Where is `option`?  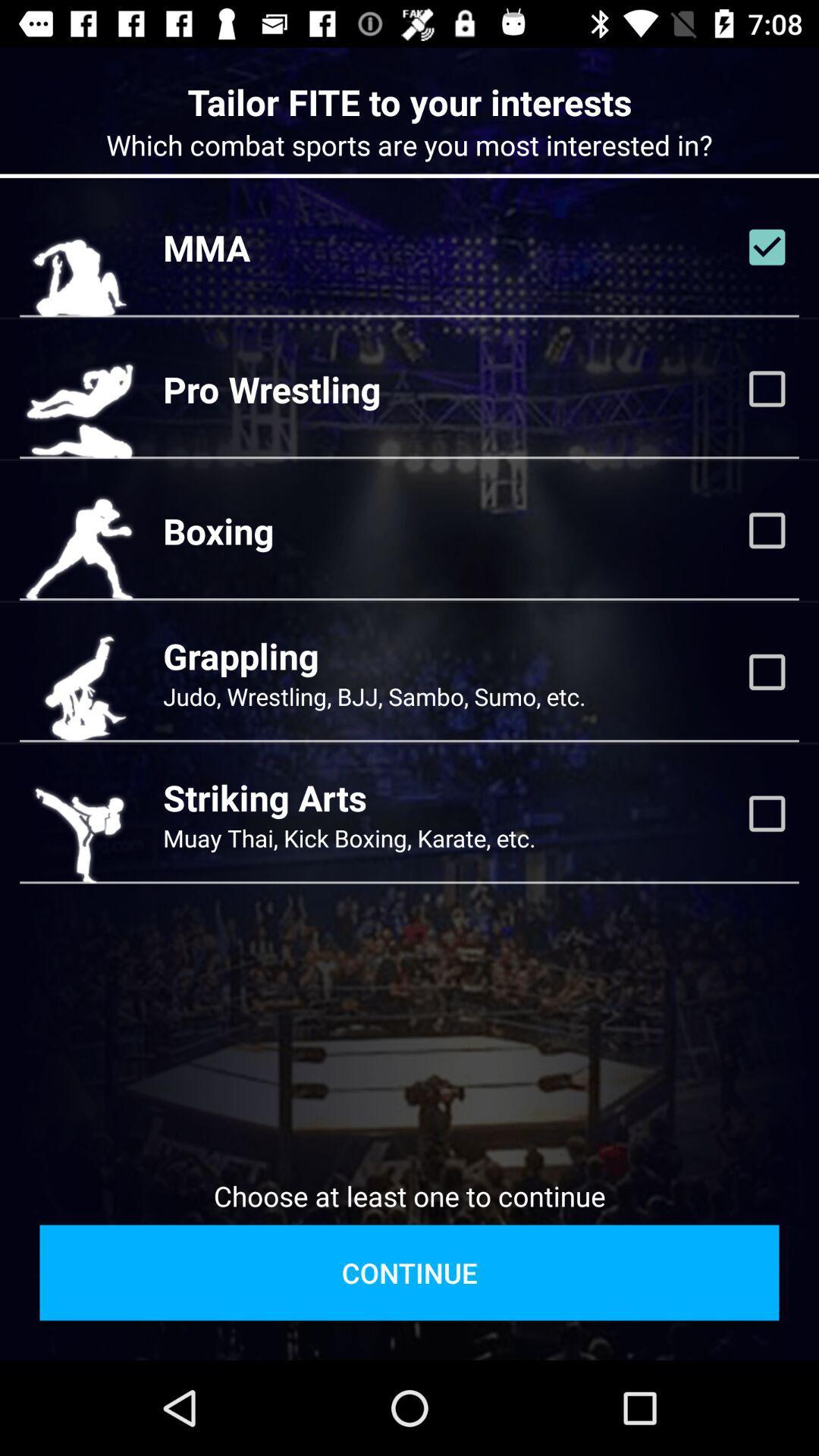 option is located at coordinates (767, 530).